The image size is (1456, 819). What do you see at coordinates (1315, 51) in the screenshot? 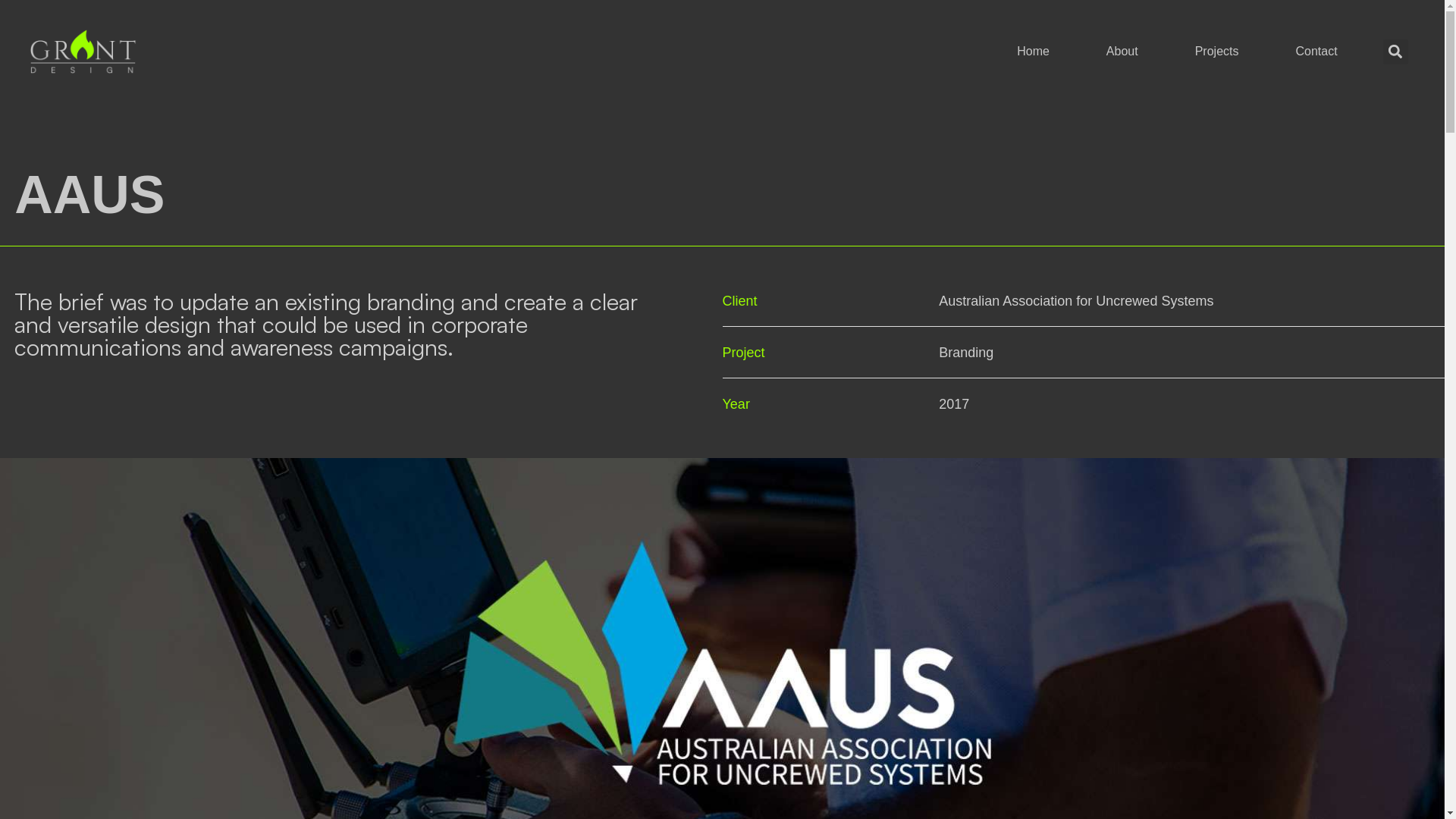
I see `'Contact'` at bounding box center [1315, 51].